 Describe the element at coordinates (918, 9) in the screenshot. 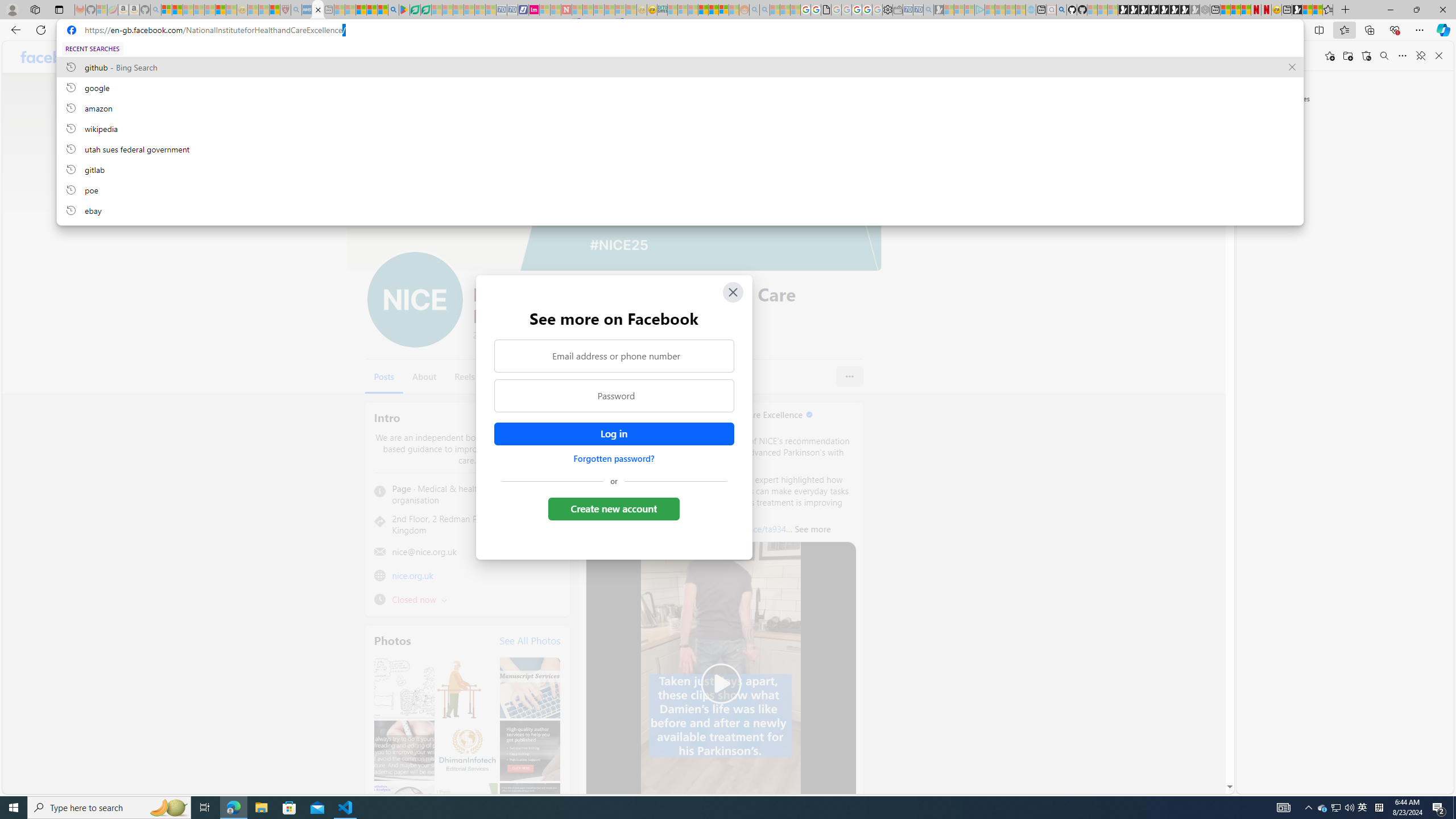

I see `'Cheap Car Rentals - Save70.com - Sleeping'` at that location.